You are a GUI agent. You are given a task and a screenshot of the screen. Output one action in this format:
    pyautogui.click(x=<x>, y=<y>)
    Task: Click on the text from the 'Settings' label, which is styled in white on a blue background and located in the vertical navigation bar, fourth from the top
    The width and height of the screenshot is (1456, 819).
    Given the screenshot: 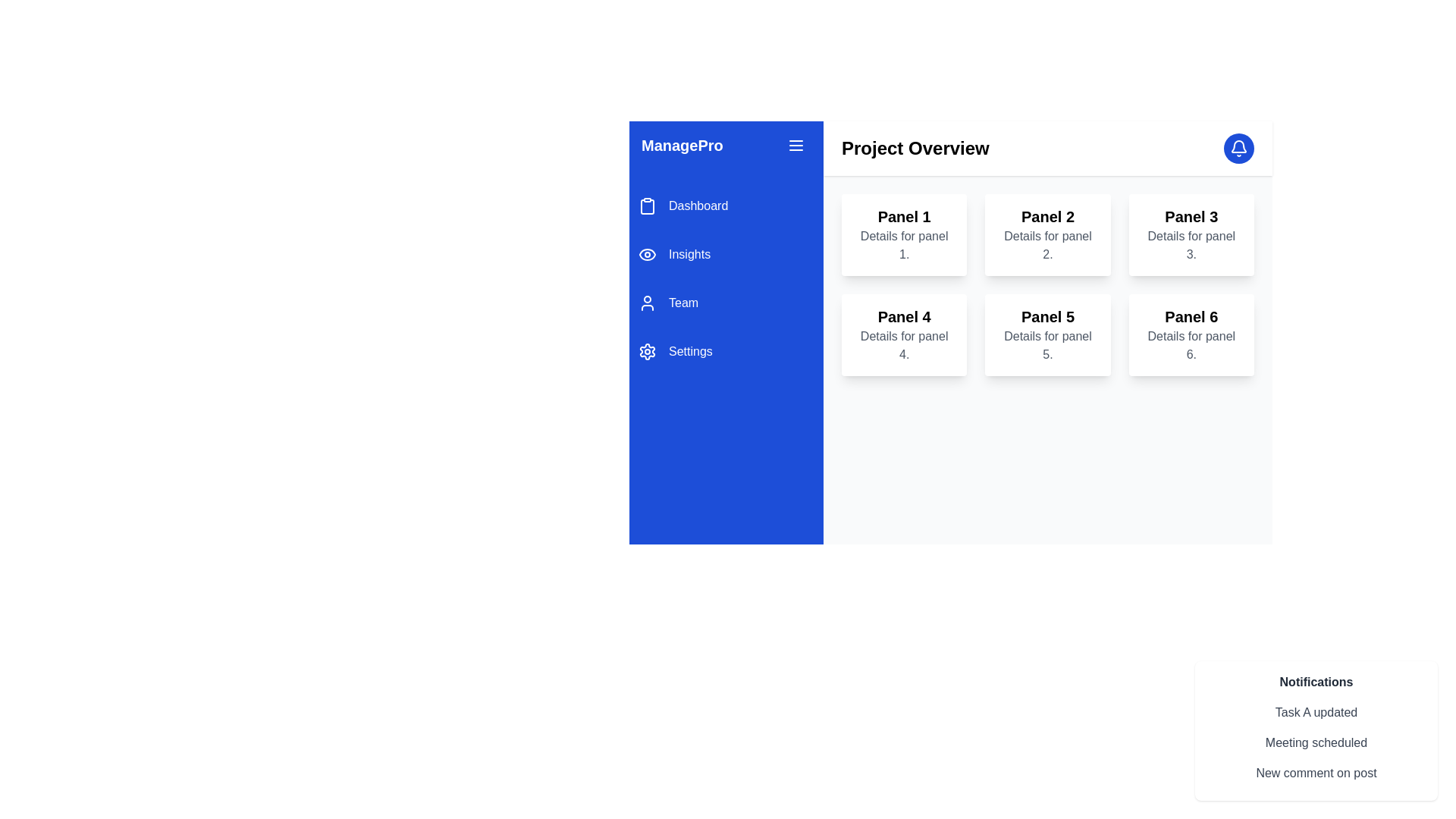 What is the action you would take?
    pyautogui.click(x=689, y=351)
    